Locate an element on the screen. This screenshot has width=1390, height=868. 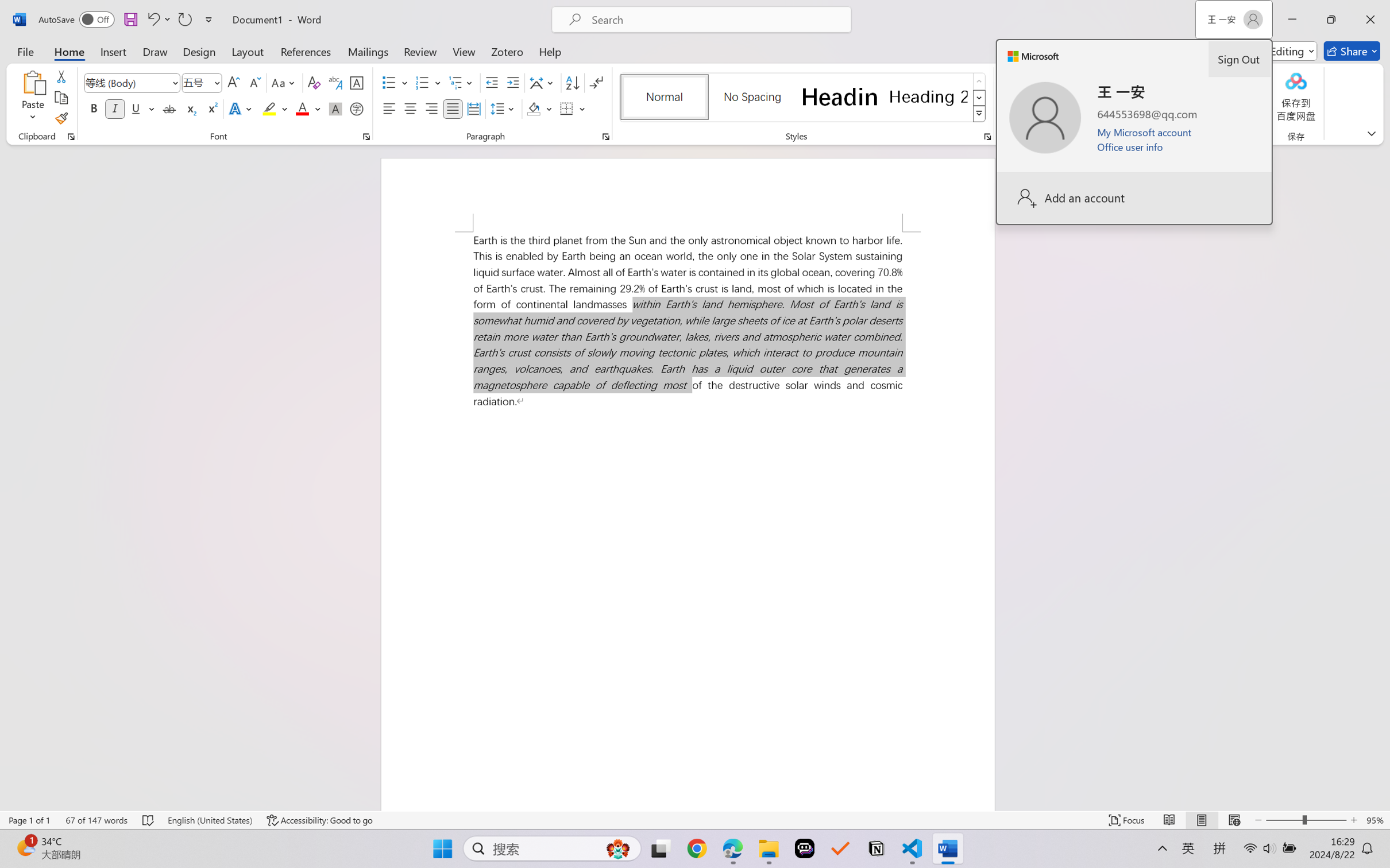
'Distributed' is located at coordinates (473, 108).